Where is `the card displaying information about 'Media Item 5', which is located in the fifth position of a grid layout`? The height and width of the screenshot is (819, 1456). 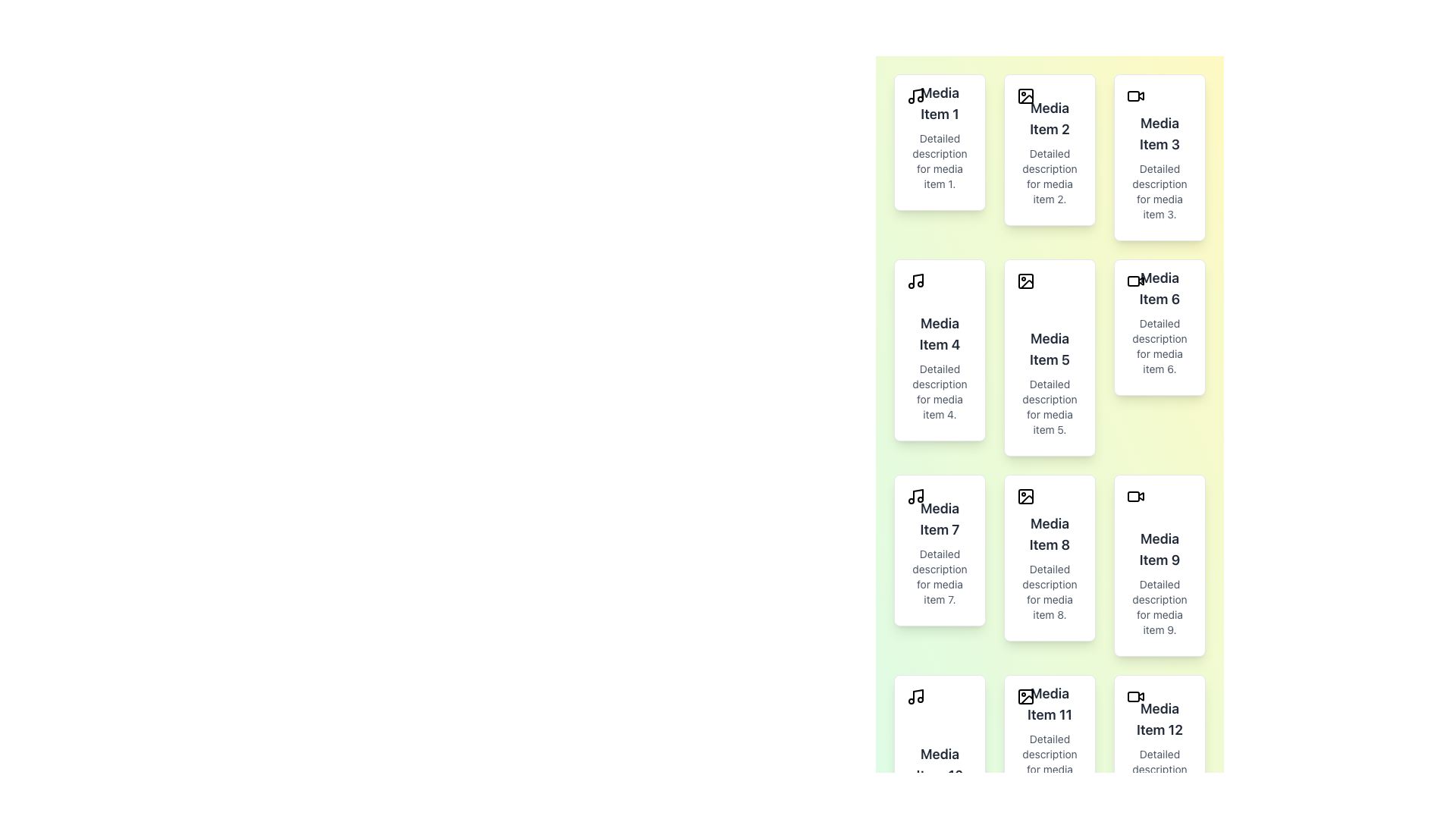
the card displaying information about 'Media Item 5', which is located in the fifth position of a grid layout is located at coordinates (1049, 357).